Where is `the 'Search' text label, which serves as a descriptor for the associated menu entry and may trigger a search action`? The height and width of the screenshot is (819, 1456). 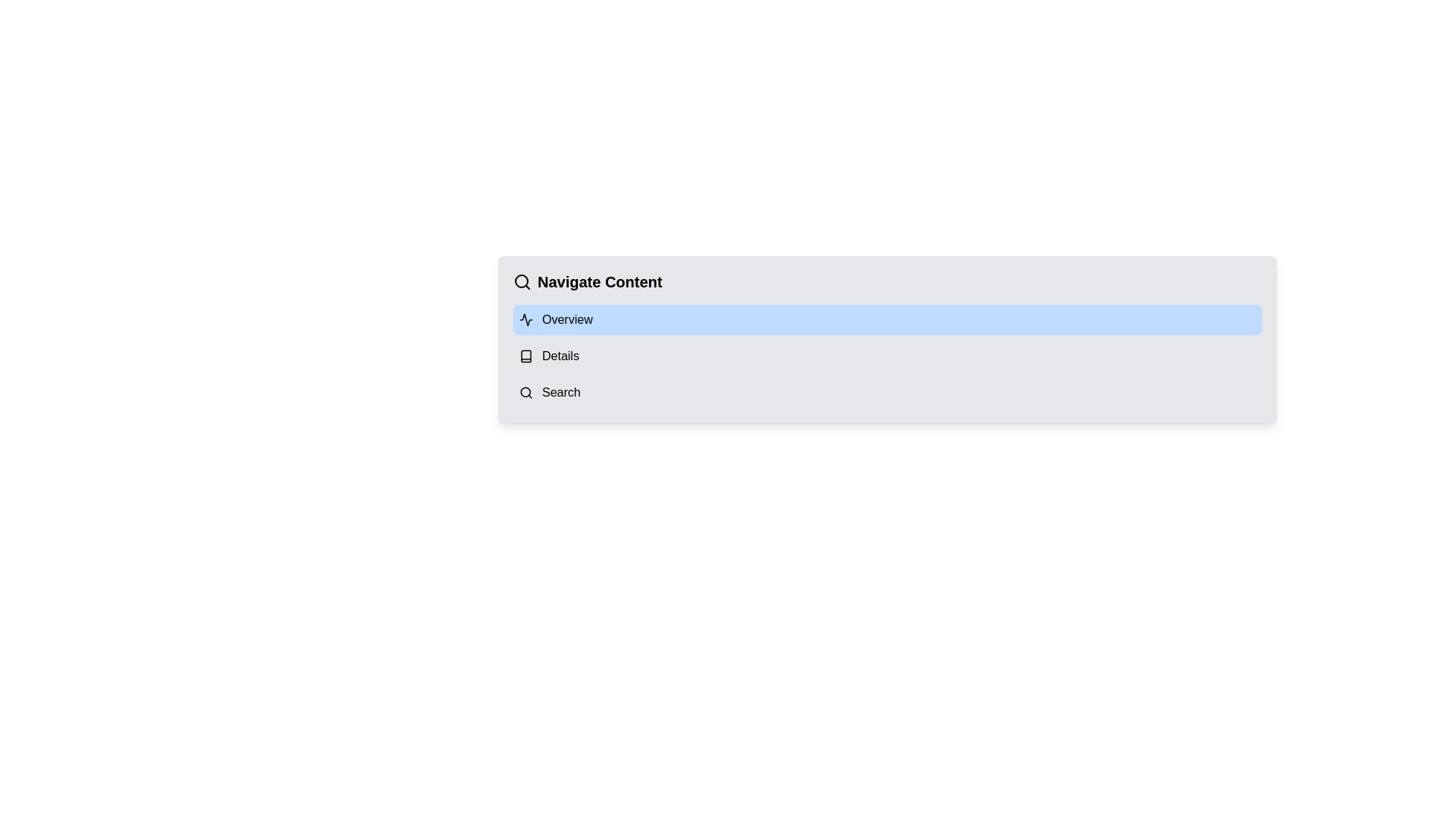
the 'Search' text label, which serves as a descriptor for the associated menu entry and may trigger a search action is located at coordinates (560, 391).